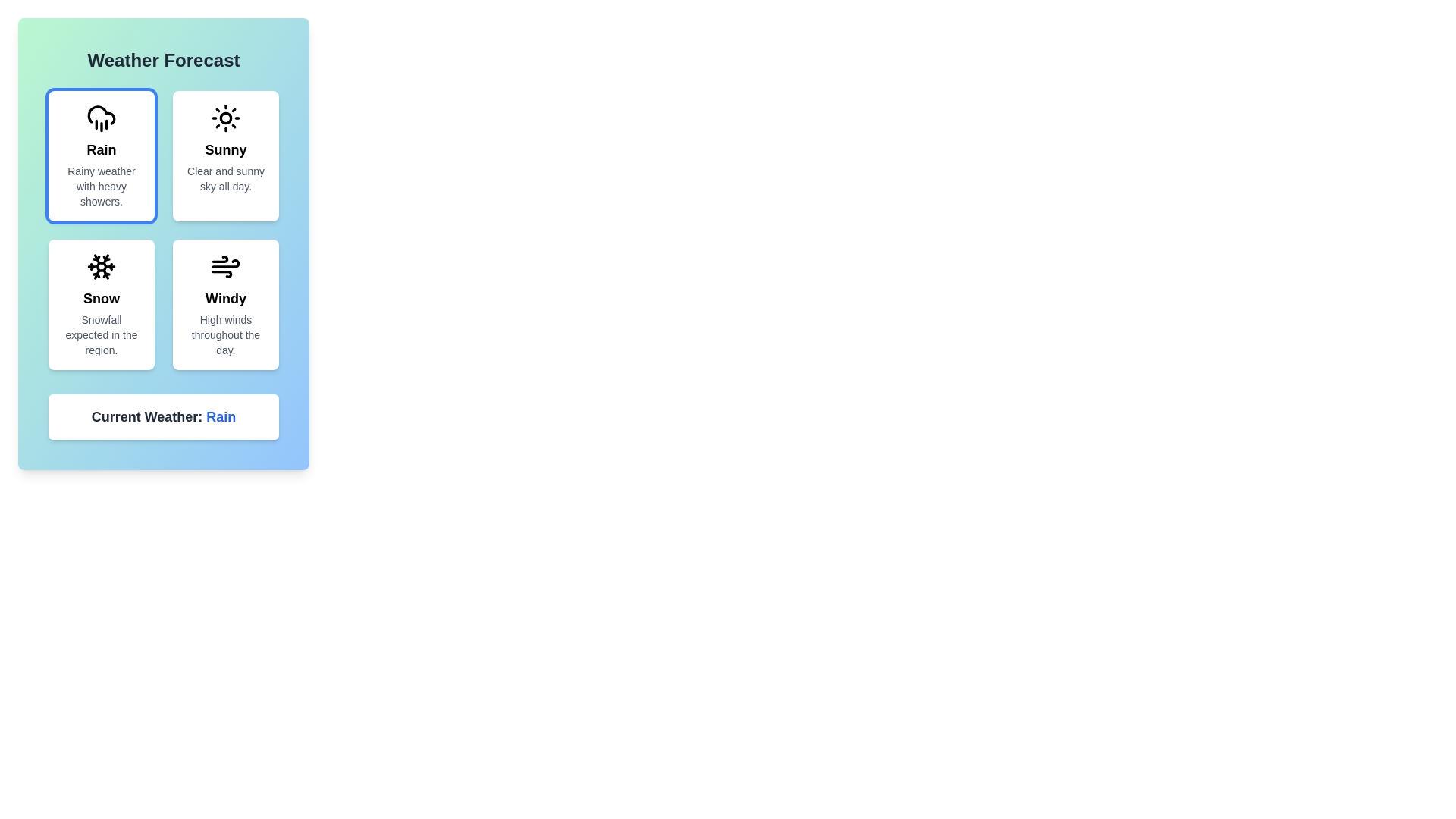 The width and height of the screenshot is (1456, 819). Describe the element at coordinates (164, 417) in the screenshot. I see `the text label that displays the current weather condition, which is located at the bottom of a rounded, shadowed, white card, centered horizontally within the card` at that location.